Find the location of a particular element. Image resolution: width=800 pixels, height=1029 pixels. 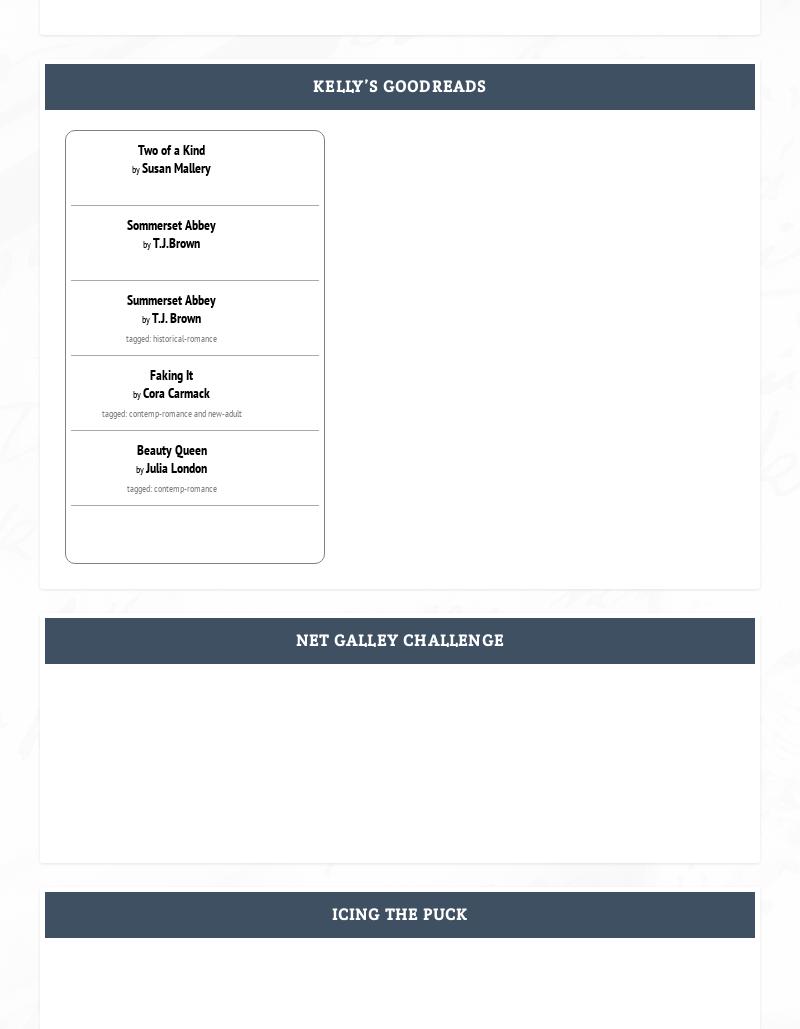

'Sommerset Abbey' is located at coordinates (126, 224).